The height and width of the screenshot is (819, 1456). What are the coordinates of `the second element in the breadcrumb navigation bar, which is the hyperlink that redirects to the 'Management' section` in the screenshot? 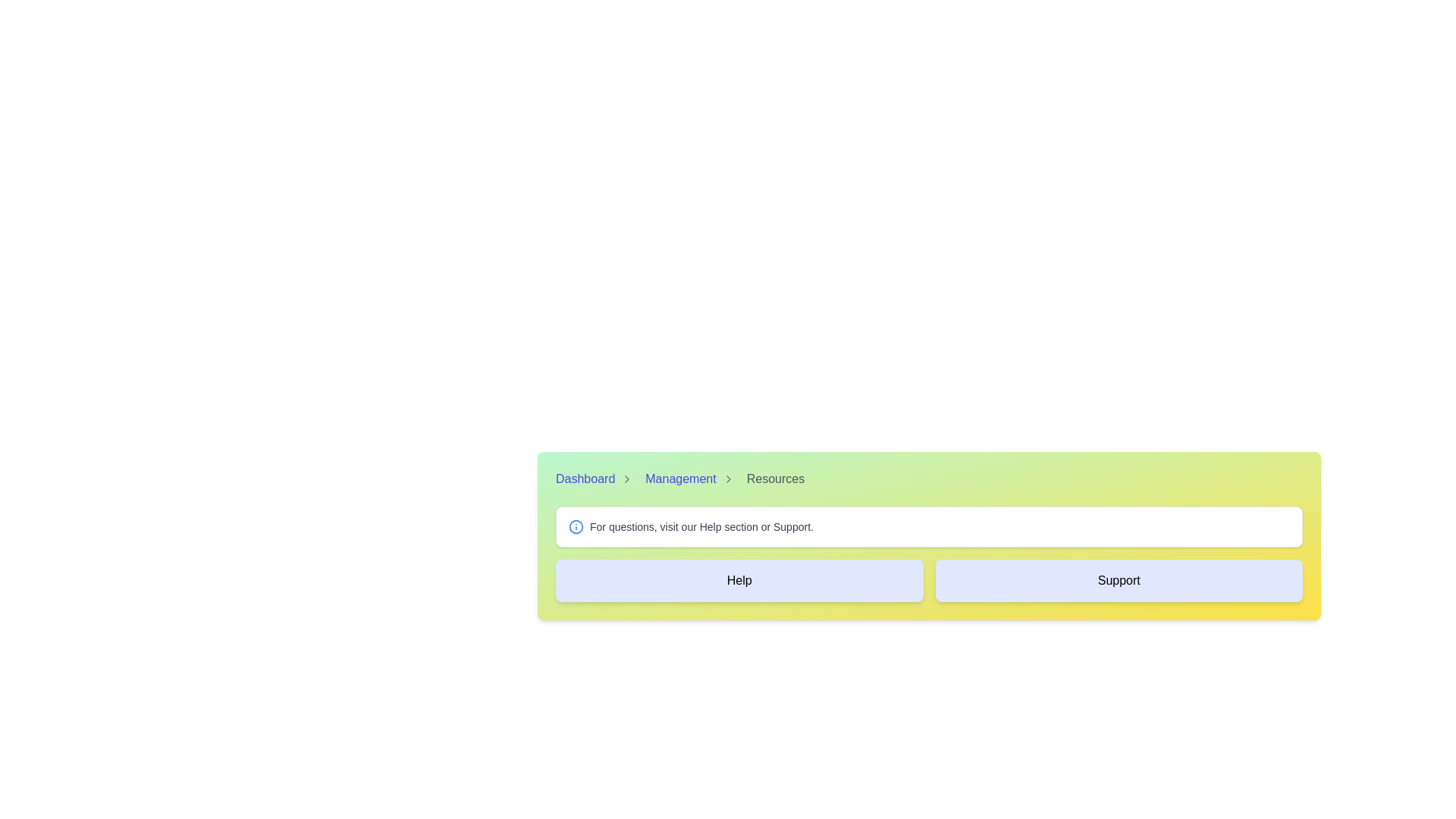 It's located at (679, 479).